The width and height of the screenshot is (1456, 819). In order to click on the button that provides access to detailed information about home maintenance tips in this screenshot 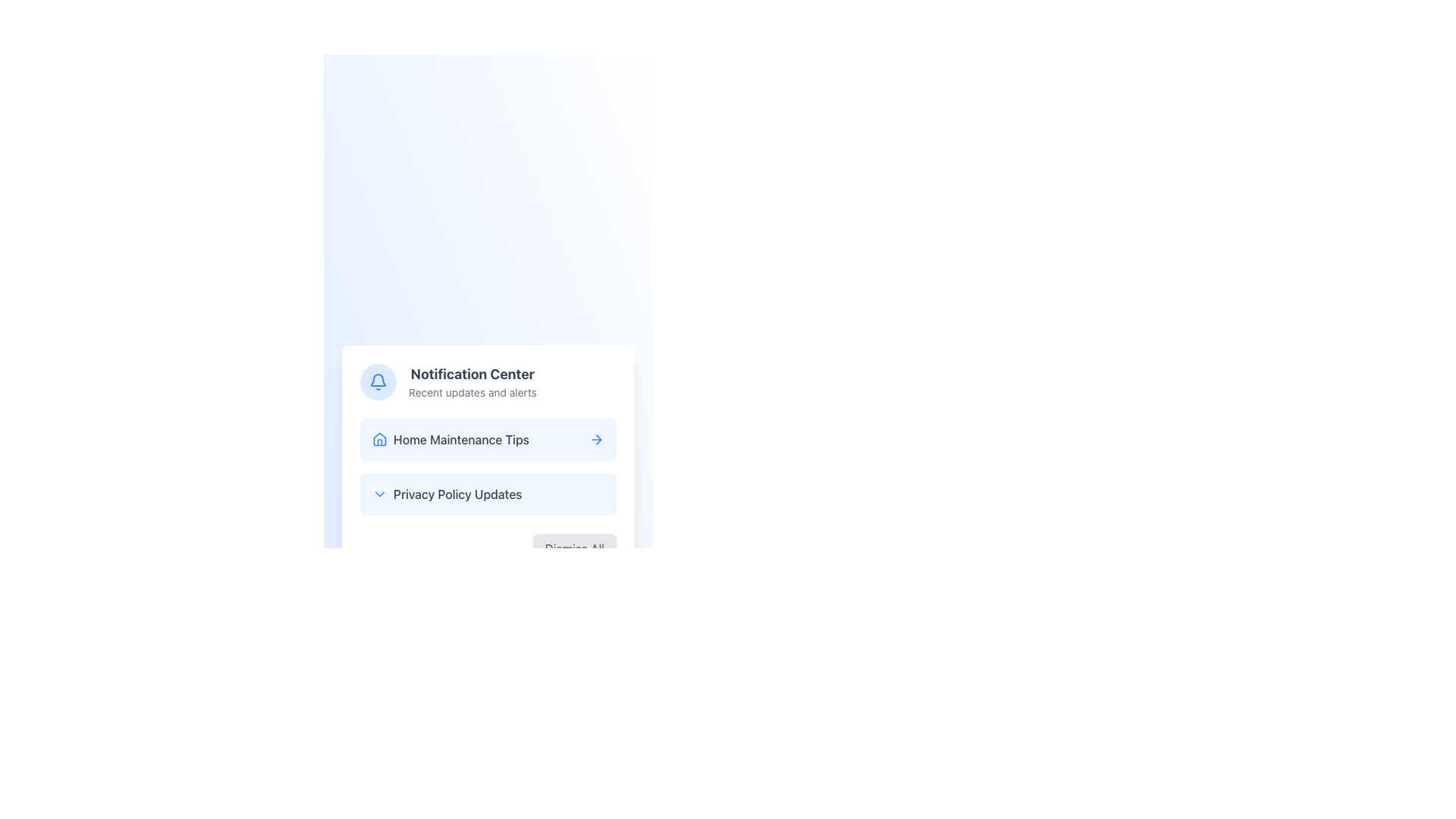, I will do `click(488, 439)`.